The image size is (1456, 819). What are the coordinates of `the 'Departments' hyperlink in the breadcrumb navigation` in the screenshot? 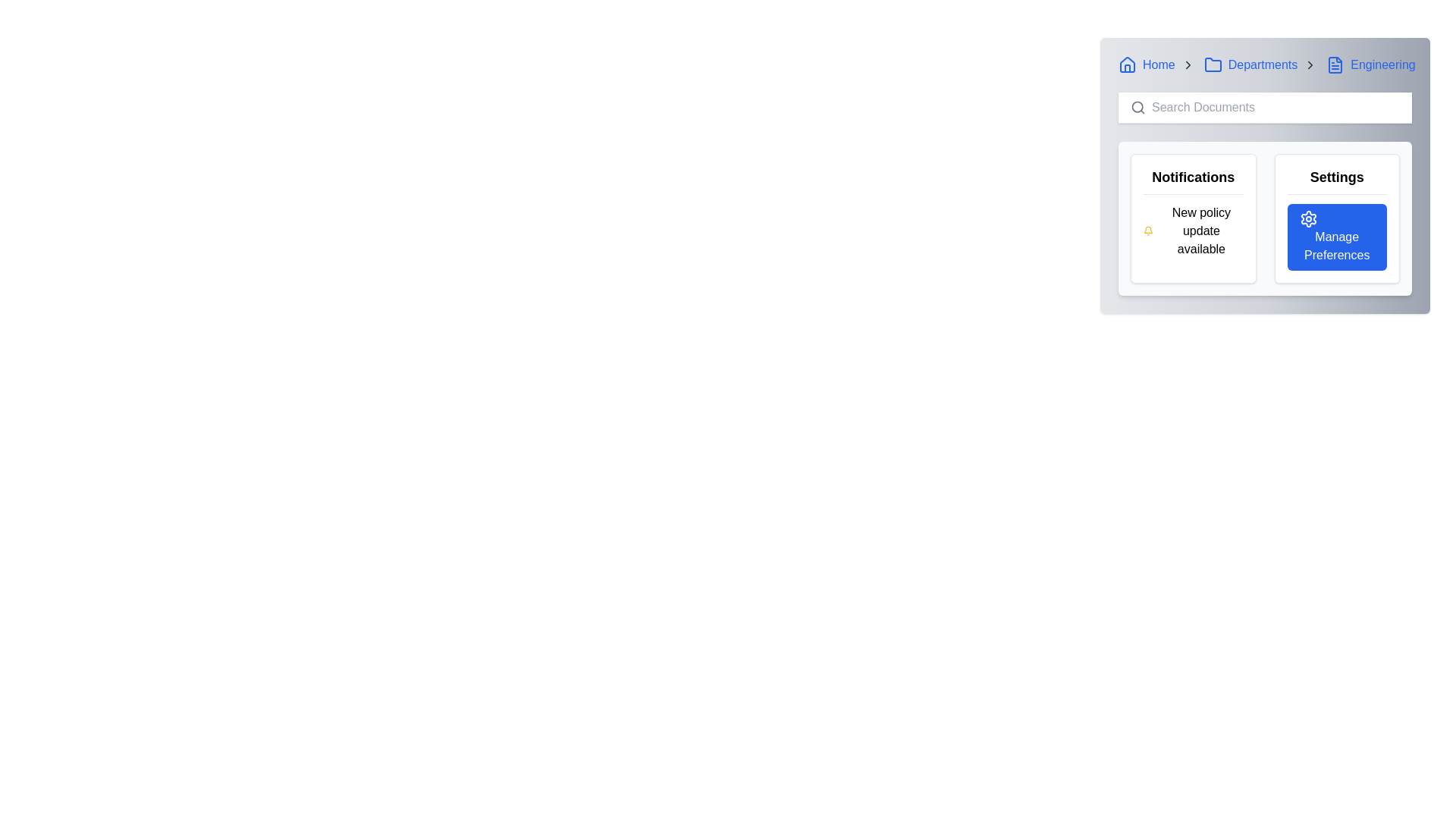 It's located at (1260, 64).